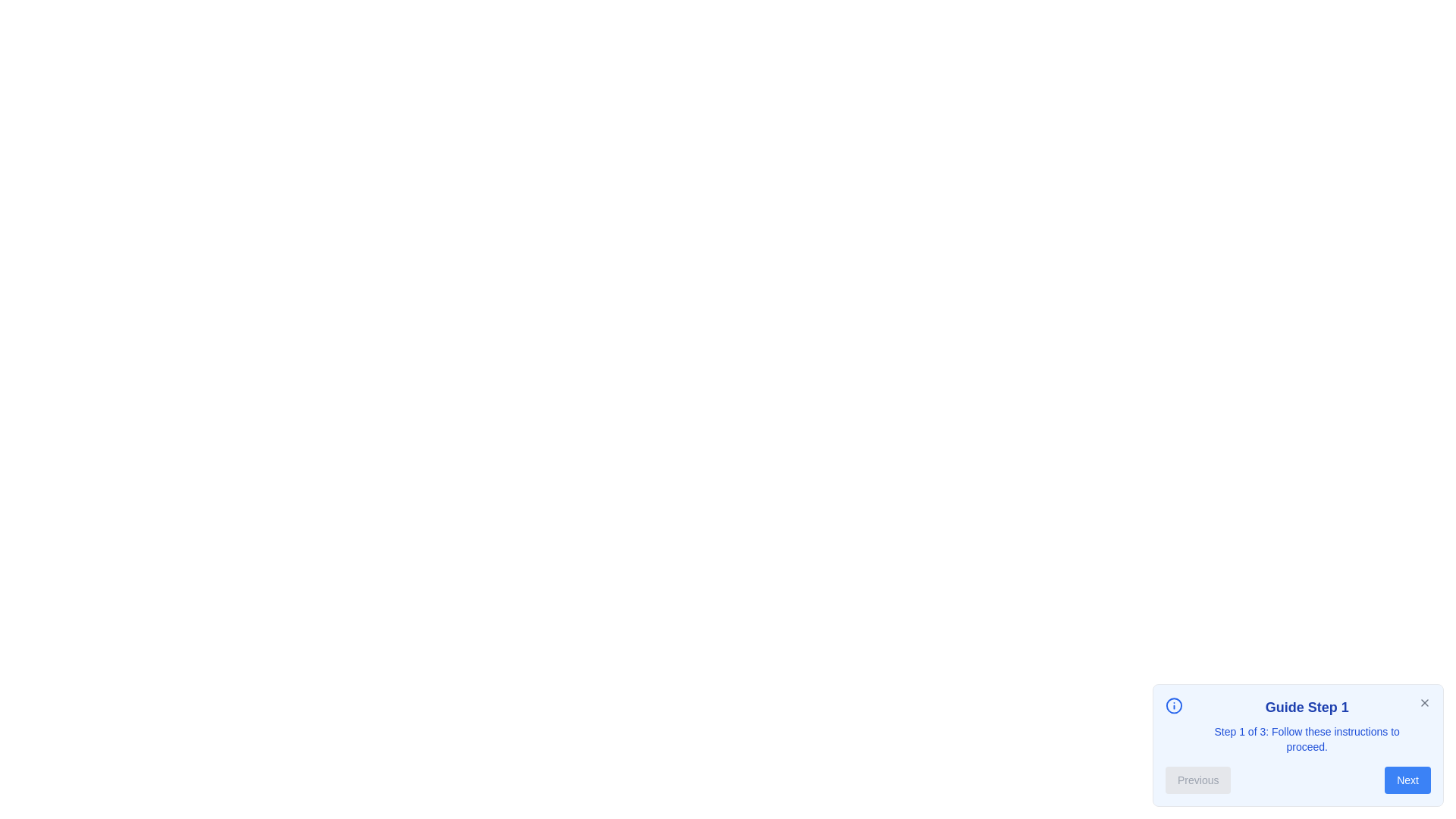  I want to click on 'Next' button to proceed to the next step, so click(1407, 780).